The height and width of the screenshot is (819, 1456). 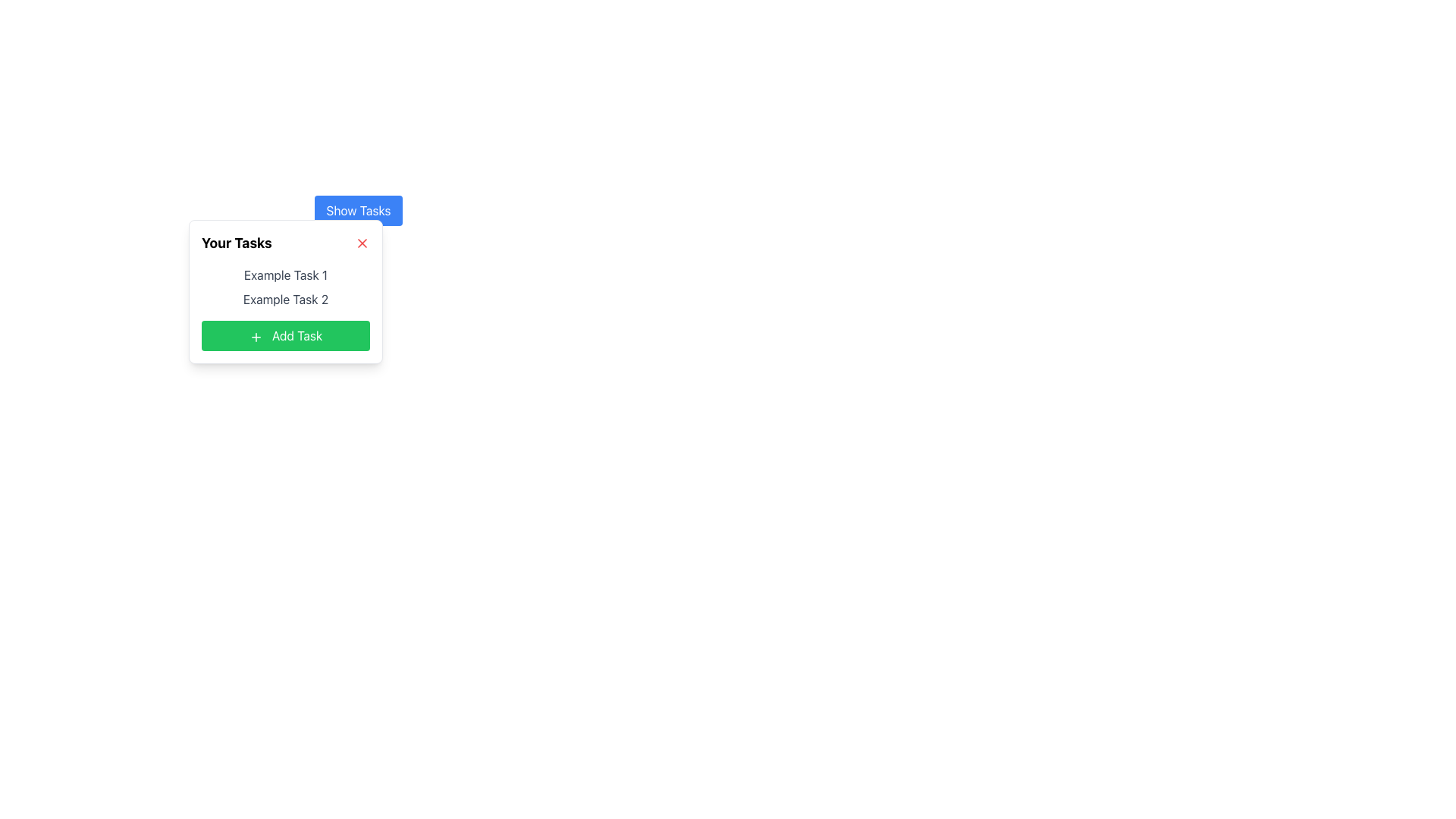 I want to click on the button with a blue background and white text reading 'Show Tasks' to observe the hover effect, so click(x=358, y=210).